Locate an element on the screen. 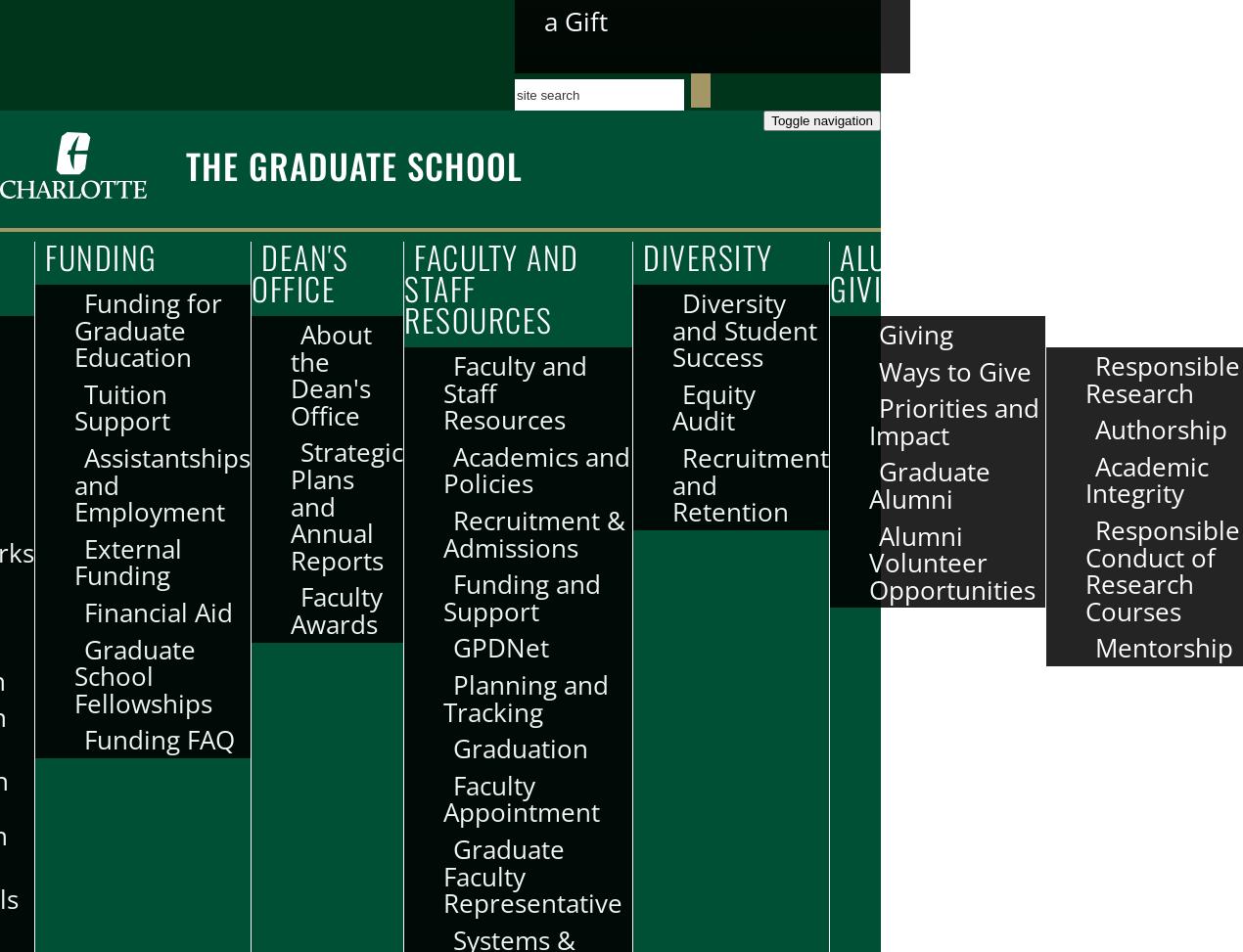 The height and width of the screenshot is (952, 1243). 'Authorship' is located at coordinates (1160, 430).